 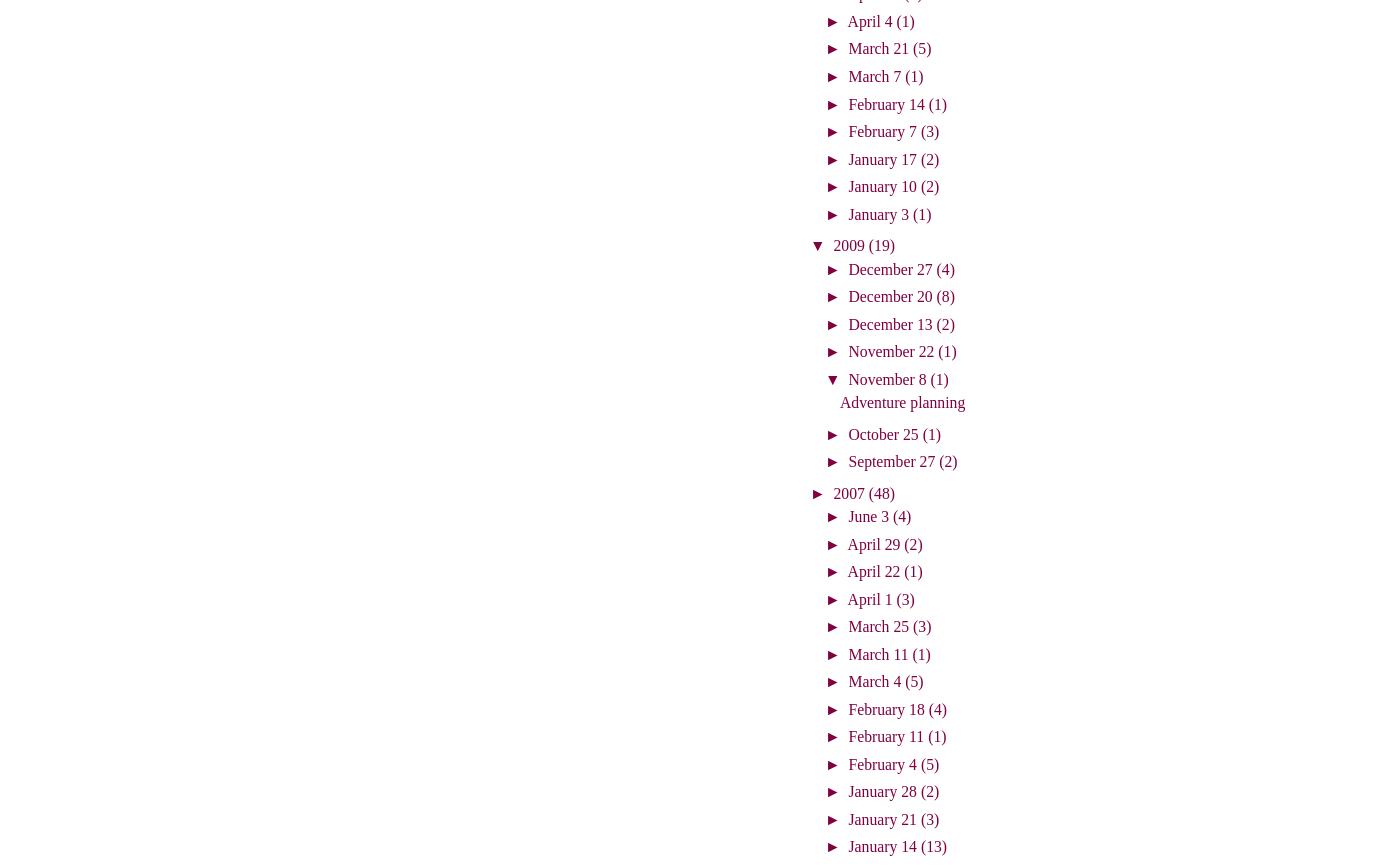 What do you see at coordinates (849, 492) in the screenshot?
I see `'2007'` at bounding box center [849, 492].